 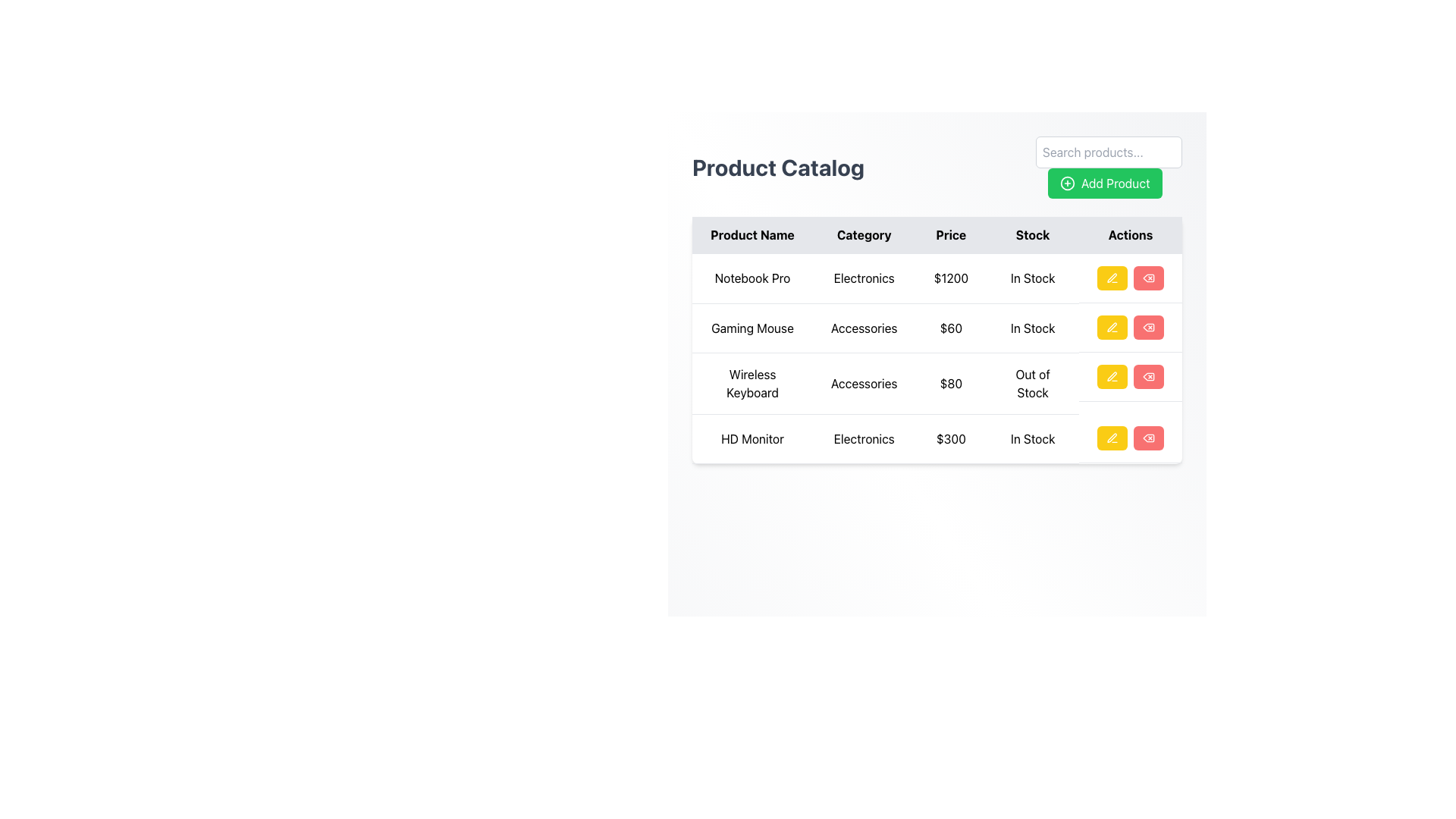 I want to click on the 'Product Name' text label in the fourth row of the 'Product Catalog' table, which identifies the product including its category, price, and stock status, so click(x=752, y=438).